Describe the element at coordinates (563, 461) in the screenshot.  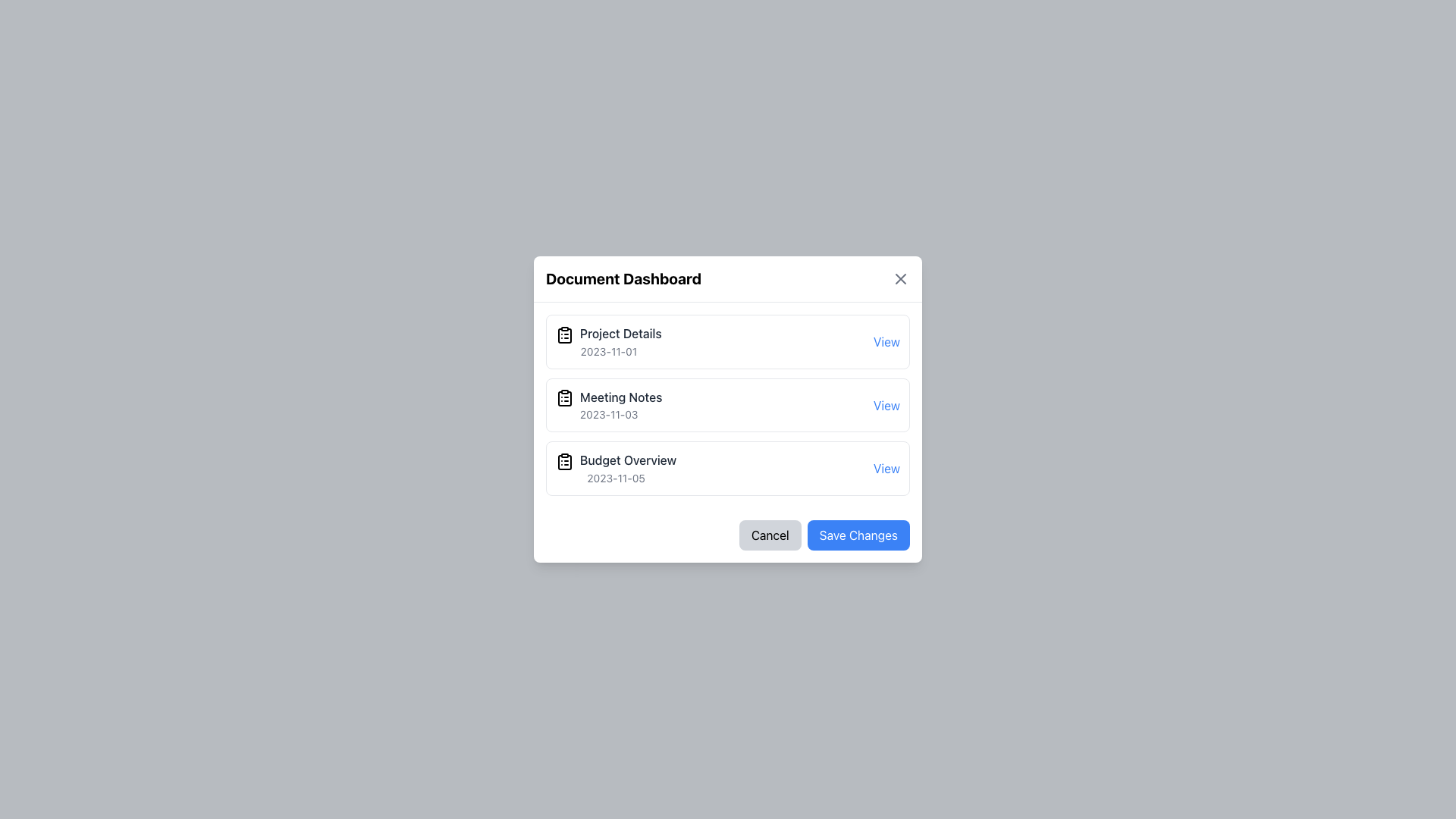
I see `the SVG Icon representing the 'Budget Overview' entry, which is located to the left of the 'Budget Overview' text` at that location.